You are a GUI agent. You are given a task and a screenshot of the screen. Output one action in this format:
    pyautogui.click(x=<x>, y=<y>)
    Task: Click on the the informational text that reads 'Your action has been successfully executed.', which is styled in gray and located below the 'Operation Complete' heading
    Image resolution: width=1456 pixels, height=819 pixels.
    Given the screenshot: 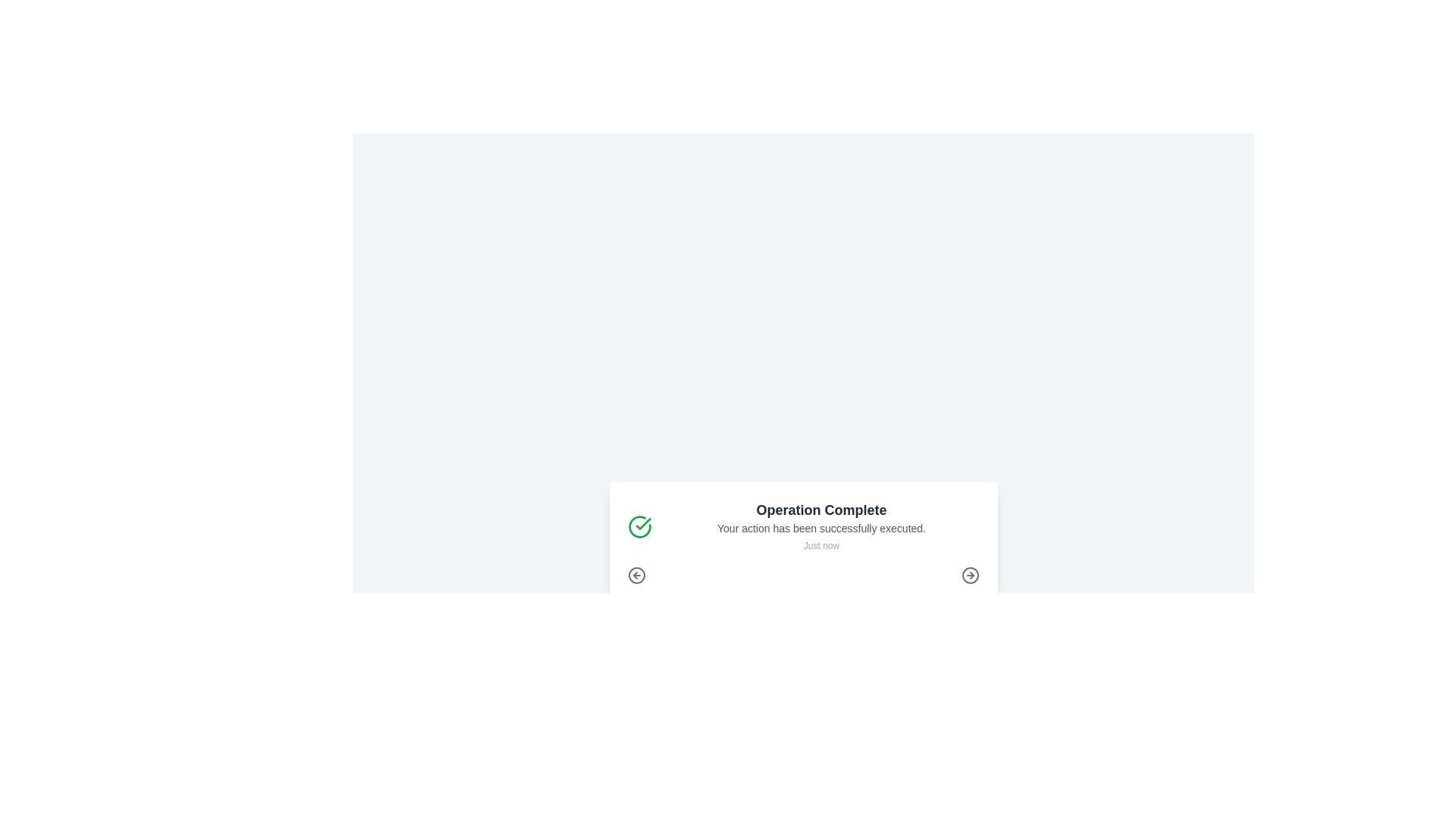 What is the action you would take?
    pyautogui.click(x=821, y=528)
    